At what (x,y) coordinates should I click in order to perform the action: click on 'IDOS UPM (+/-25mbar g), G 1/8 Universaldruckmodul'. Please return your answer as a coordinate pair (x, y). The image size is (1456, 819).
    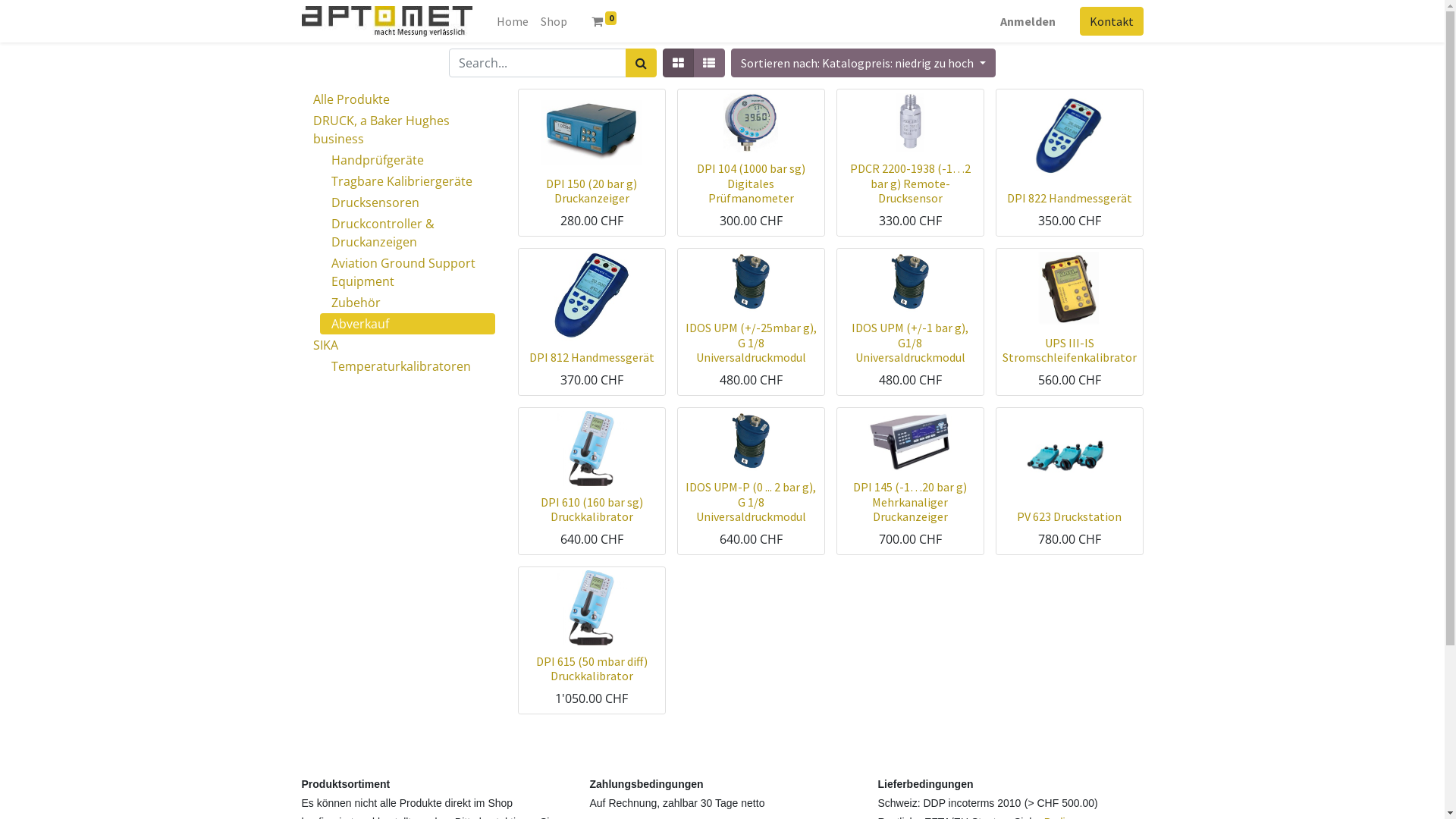
    Looking at the image, I should click on (684, 342).